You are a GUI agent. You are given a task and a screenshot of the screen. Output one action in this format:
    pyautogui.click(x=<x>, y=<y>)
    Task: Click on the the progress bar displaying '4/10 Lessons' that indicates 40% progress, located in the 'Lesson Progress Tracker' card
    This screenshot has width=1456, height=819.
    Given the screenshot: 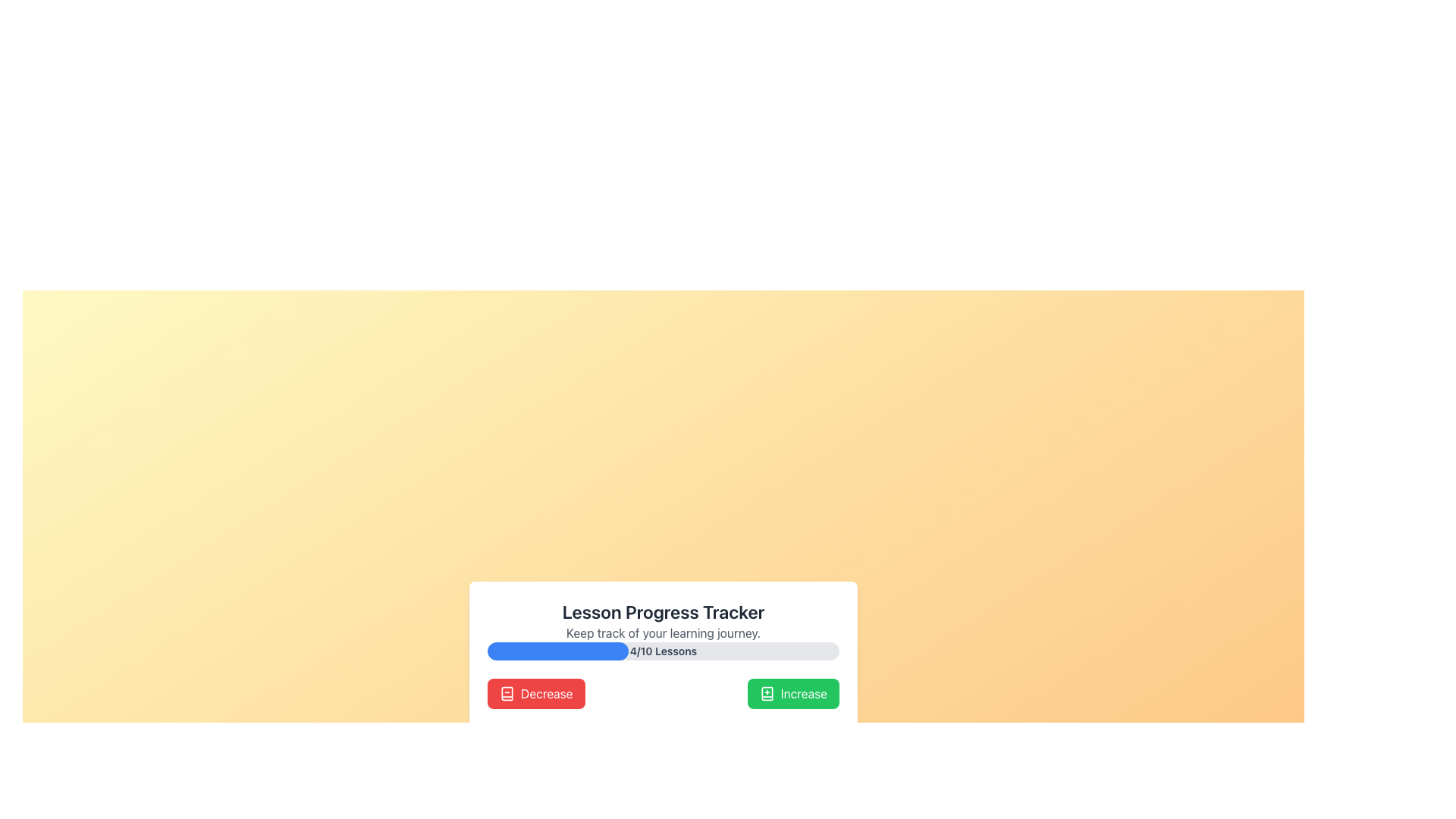 What is the action you would take?
    pyautogui.click(x=663, y=651)
    